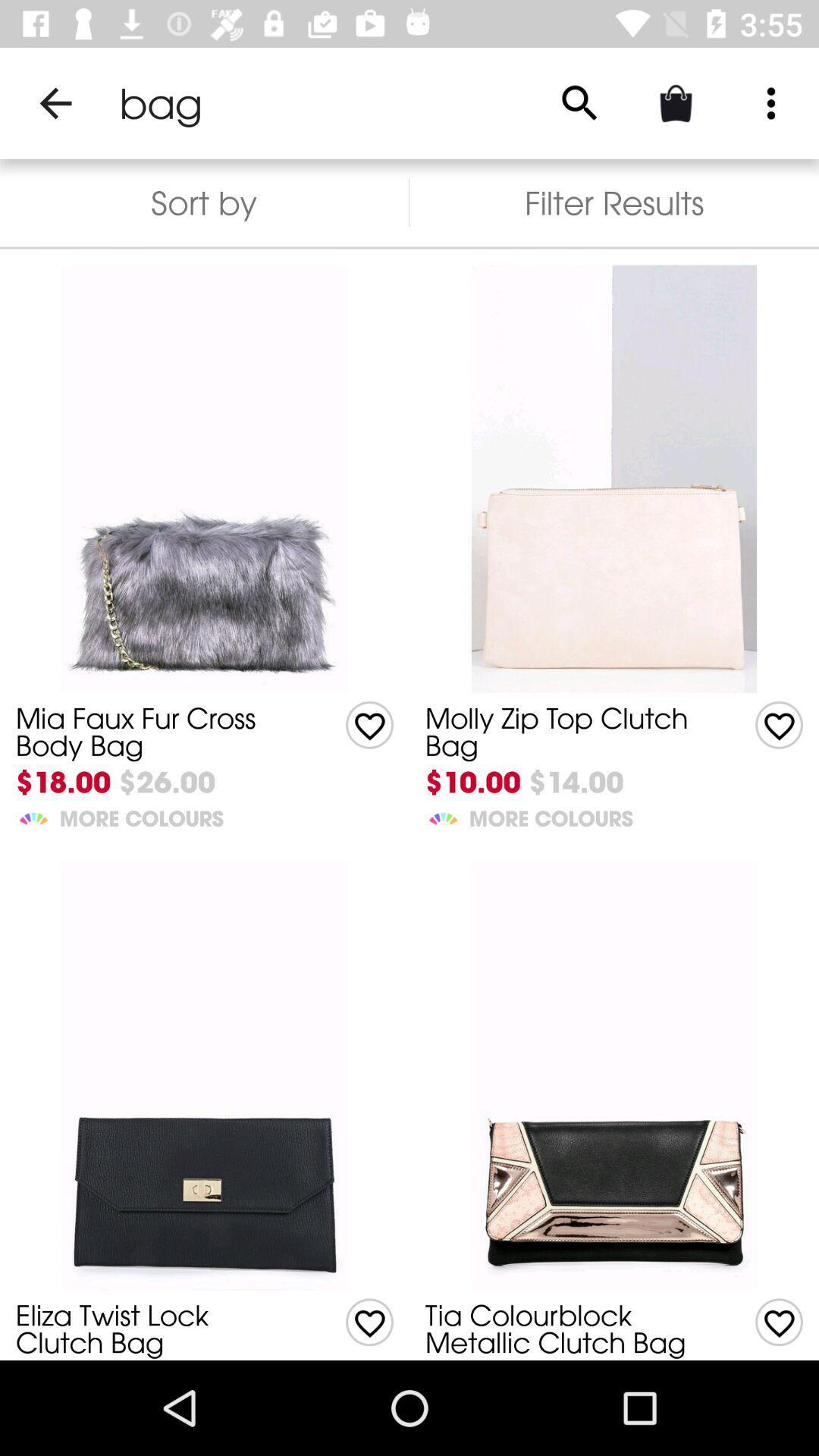  What do you see at coordinates (566, 732) in the screenshot?
I see `the molly zip top` at bounding box center [566, 732].